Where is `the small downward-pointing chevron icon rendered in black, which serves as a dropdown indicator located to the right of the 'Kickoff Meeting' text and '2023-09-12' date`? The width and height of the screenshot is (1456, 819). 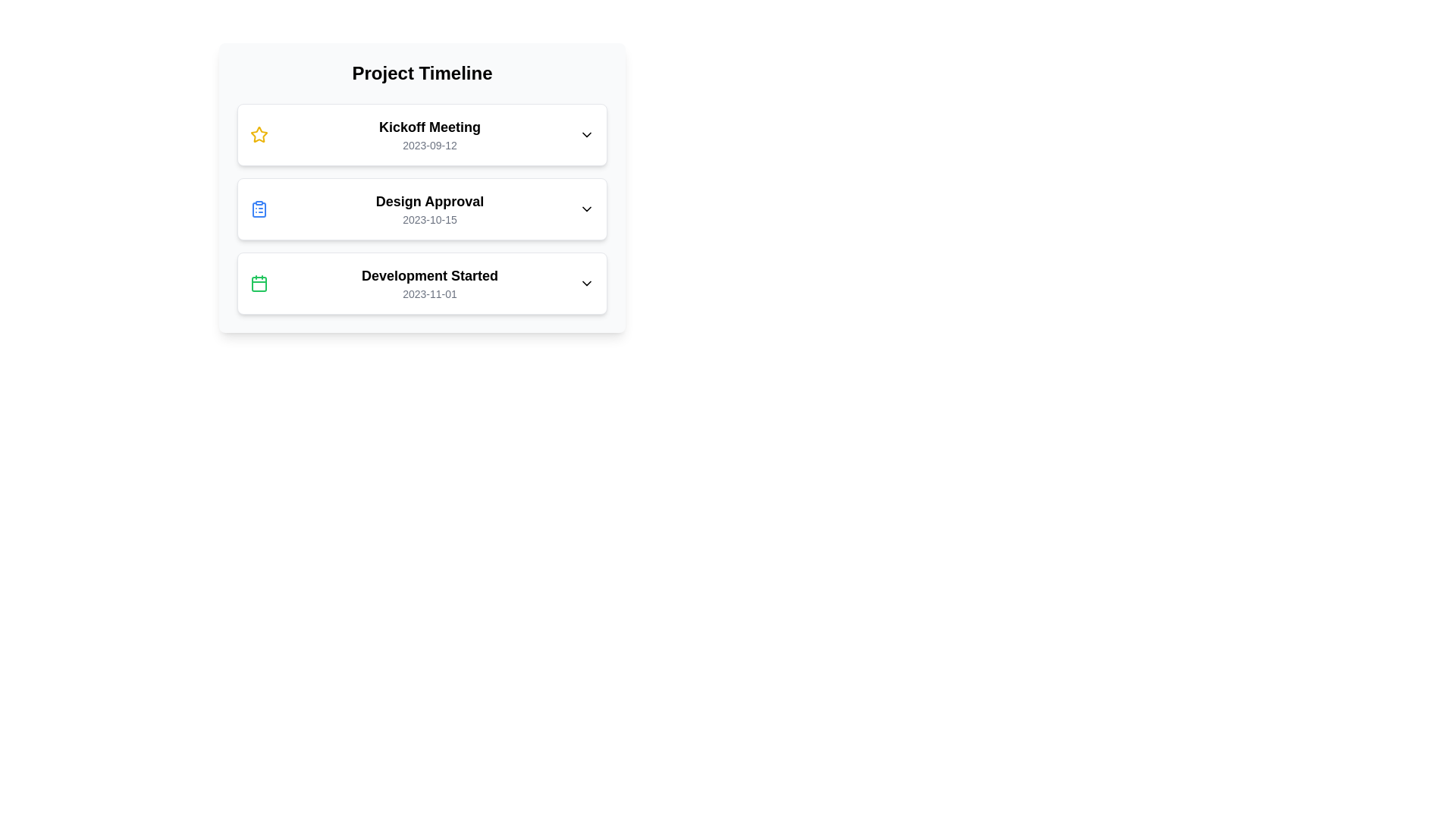
the small downward-pointing chevron icon rendered in black, which serves as a dropdown indicator located to the right of the 'Kickoff Meeting' text and '2023-09-12' date is located at coordinates (585, 133).